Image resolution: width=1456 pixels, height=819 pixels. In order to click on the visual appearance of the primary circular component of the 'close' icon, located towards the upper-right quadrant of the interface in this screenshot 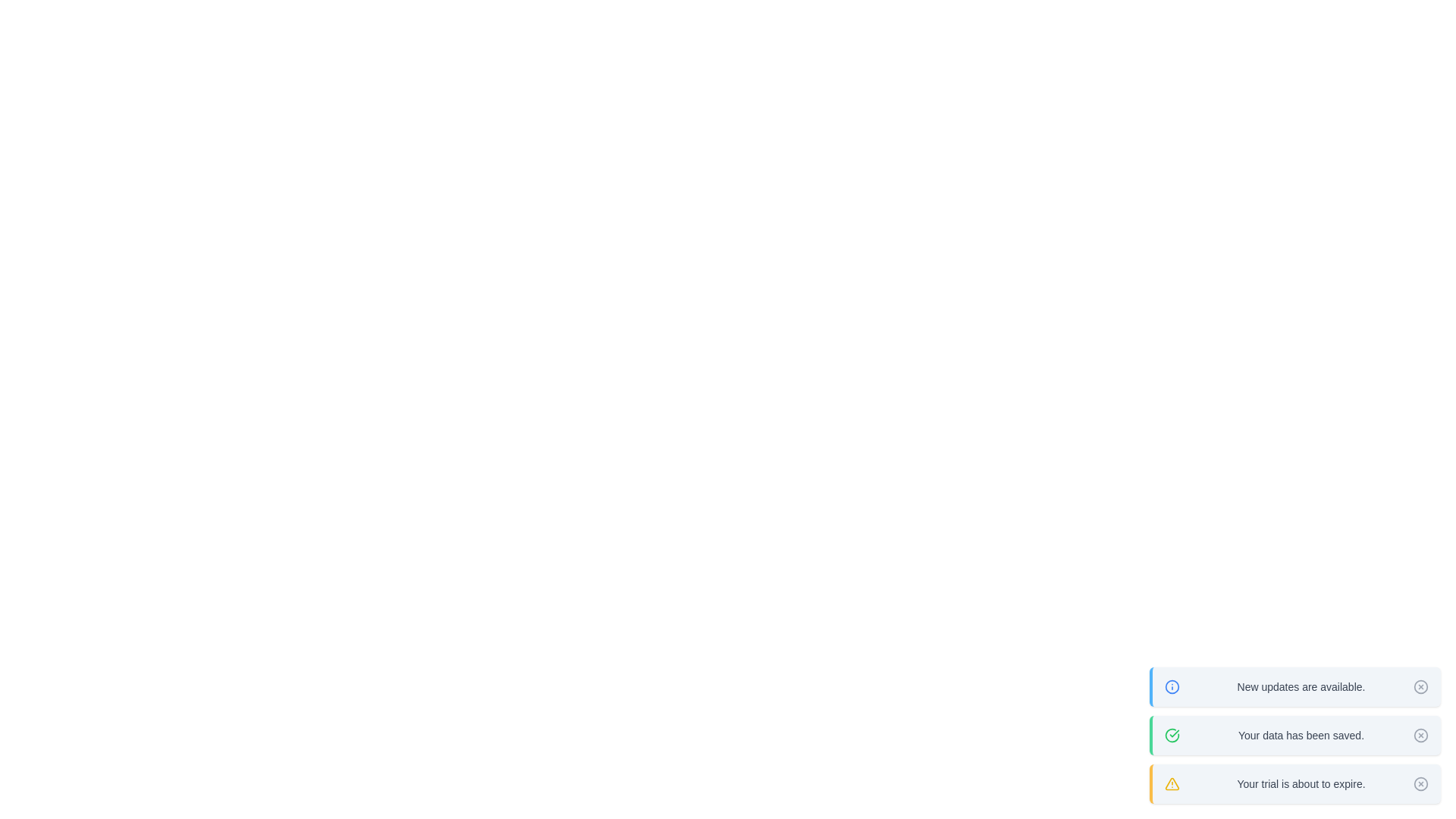, I will do `click(1420, 734)`.